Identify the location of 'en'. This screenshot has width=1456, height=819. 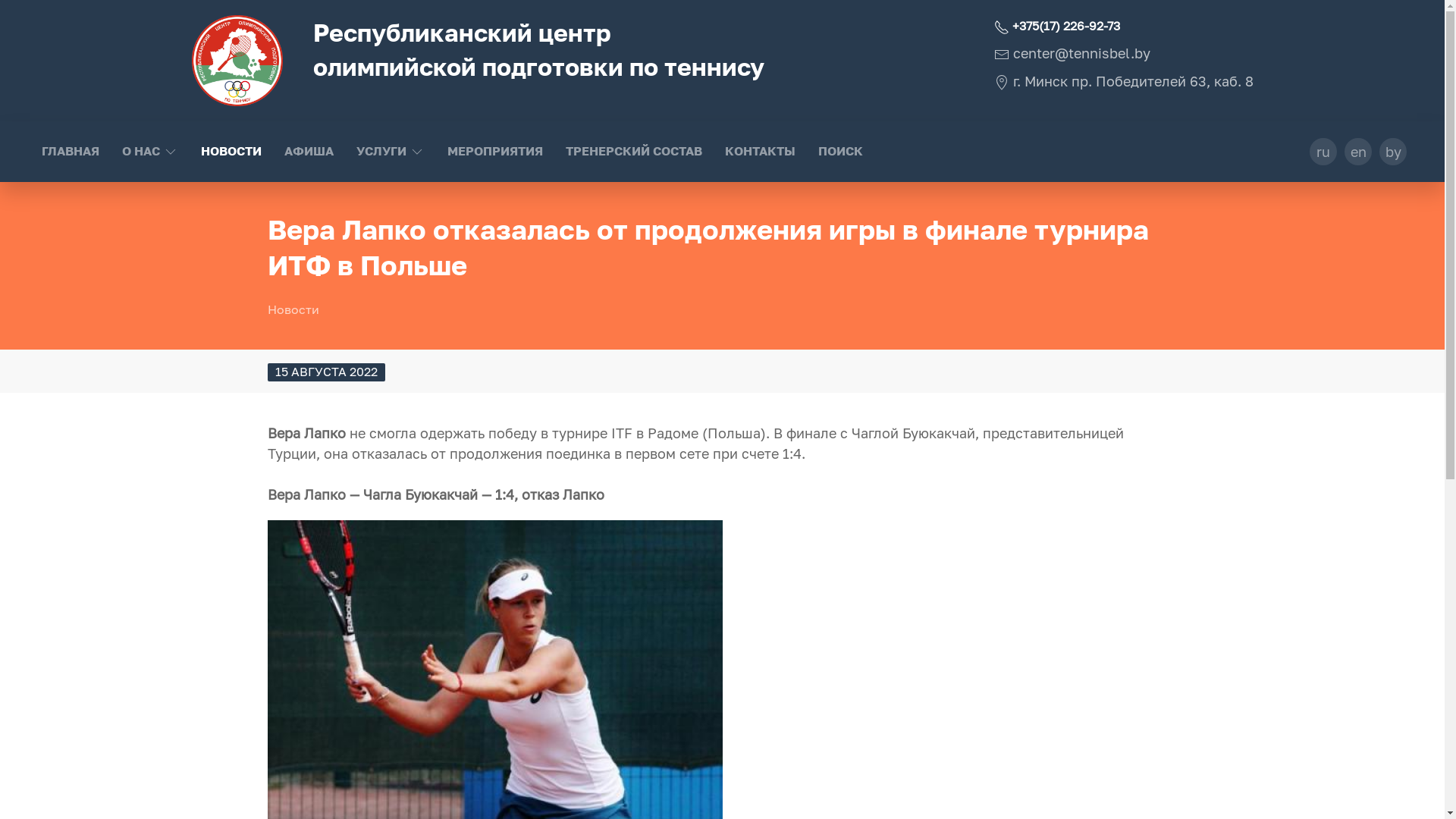
(1344, 152).